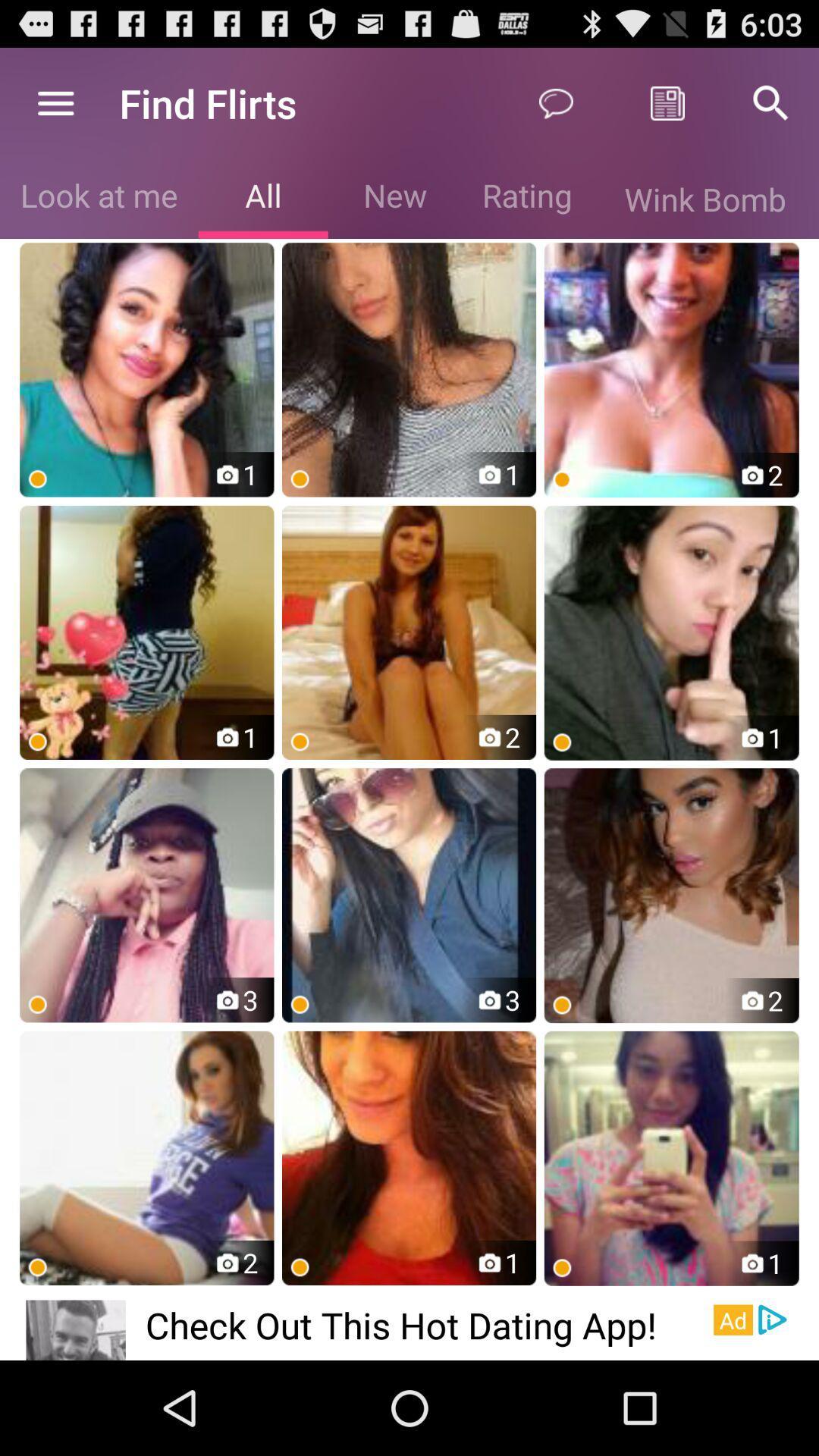  What do you see at coordinates (526, 198) in the screenshot?
I see `the rating item` at bounding box center [526, 198].